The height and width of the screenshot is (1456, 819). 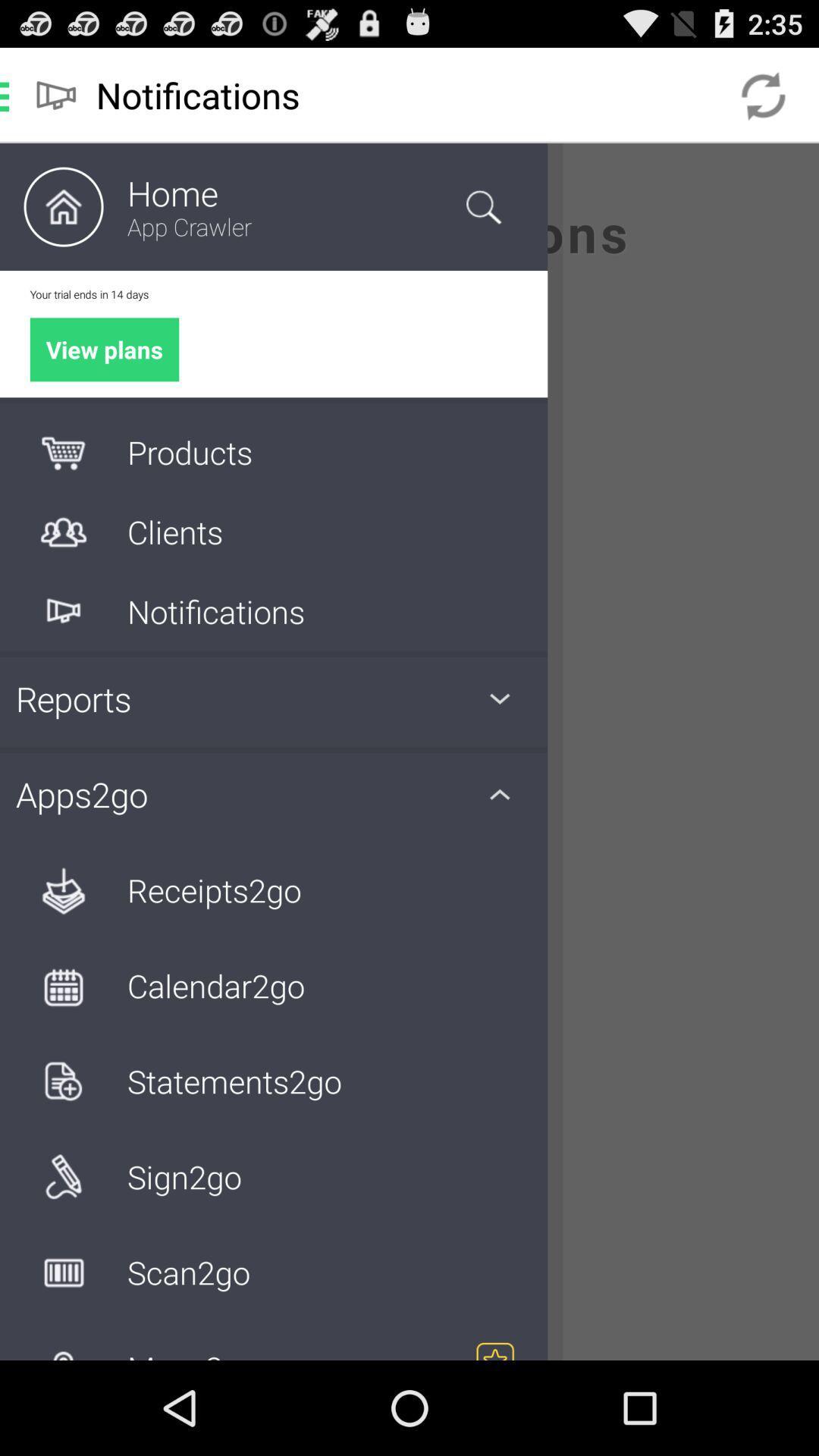 I want to click on the home icon, so click(x=63, y=221).